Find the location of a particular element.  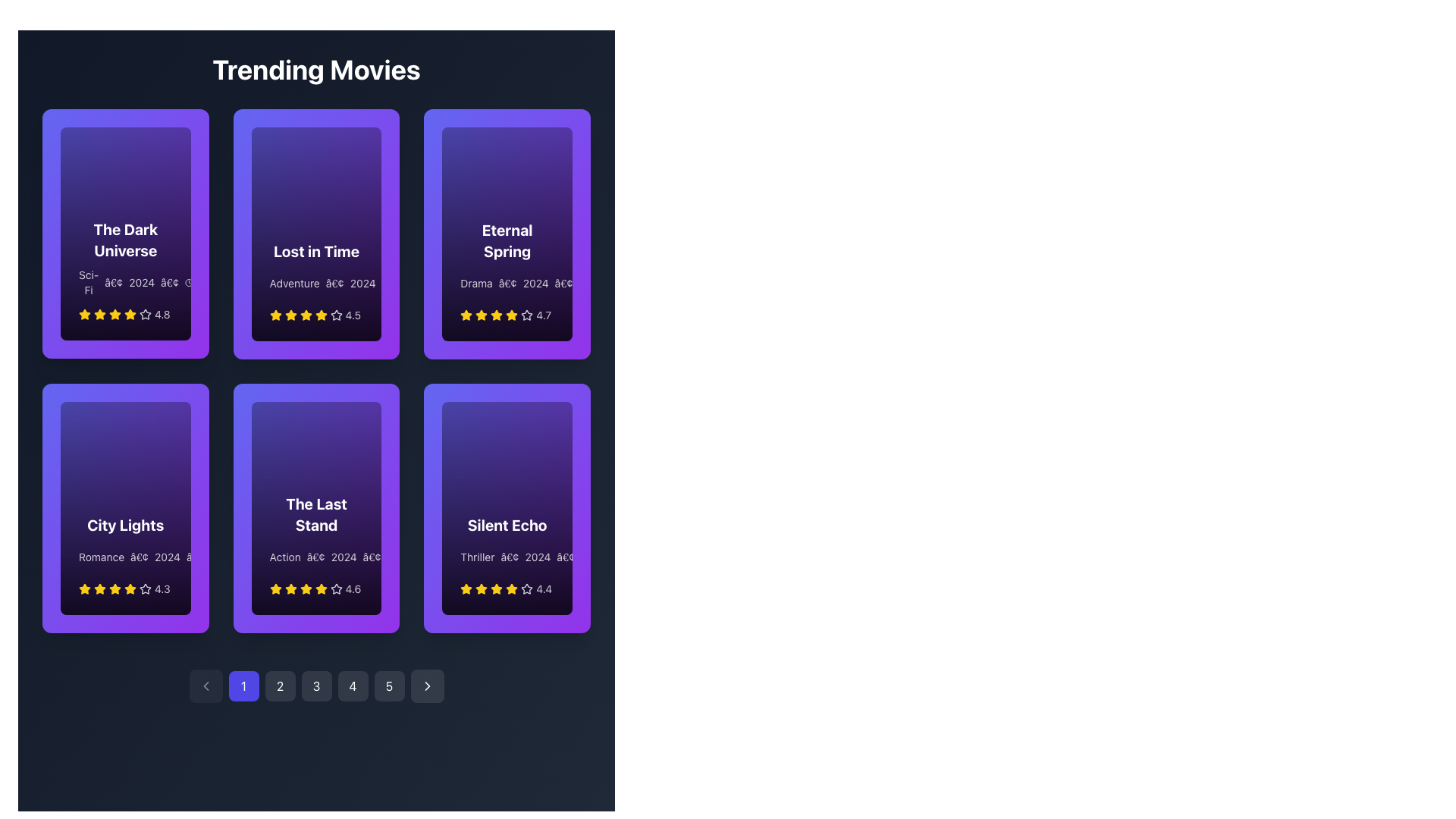

the text label displaying the year '2024' associated with the movie 'Lost in Time' in the second card of the first row of a movie grid layout is located at coordinates (362, 283).